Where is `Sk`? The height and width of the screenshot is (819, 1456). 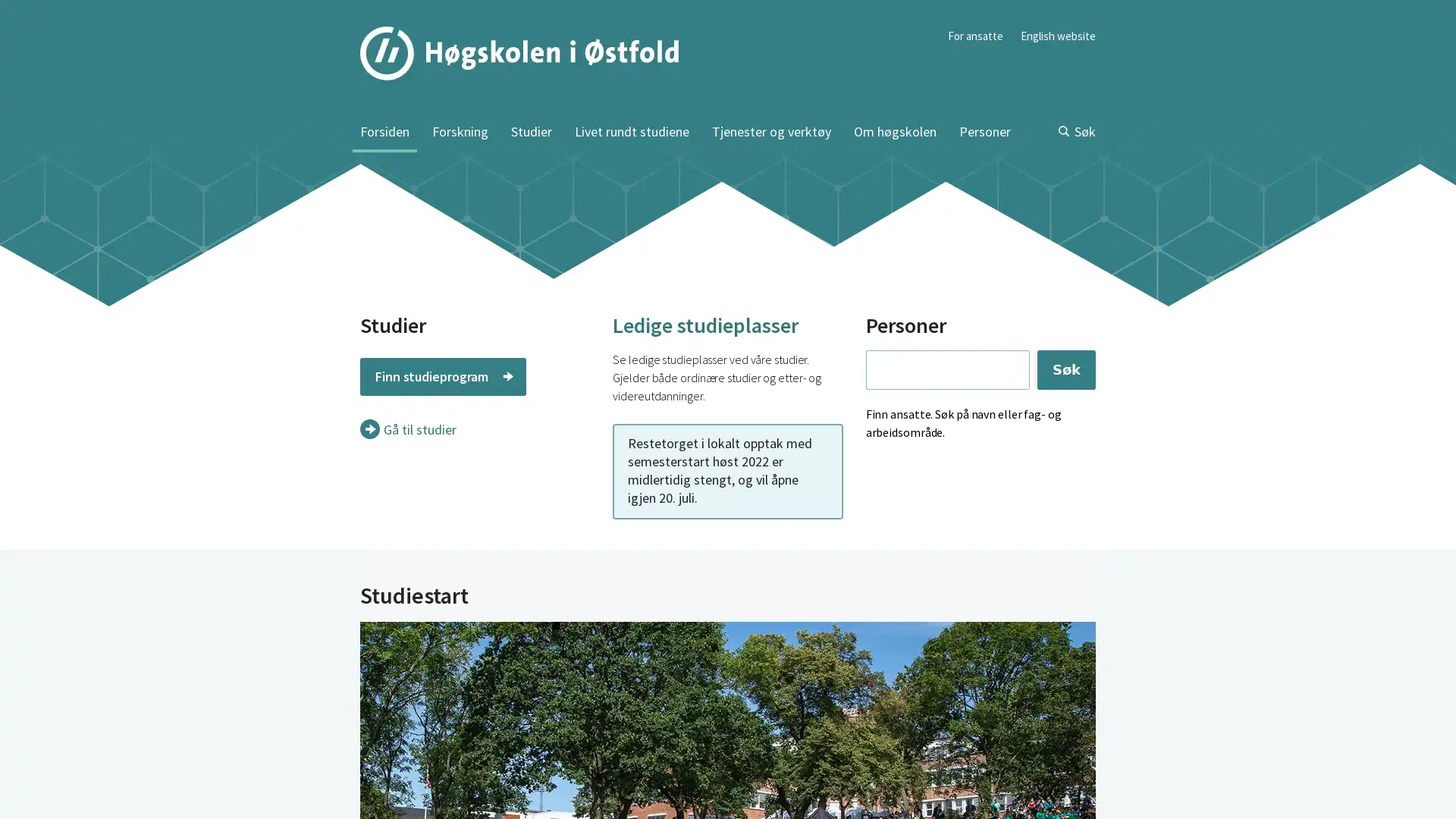
Sk is located at coordinates (921, 152).